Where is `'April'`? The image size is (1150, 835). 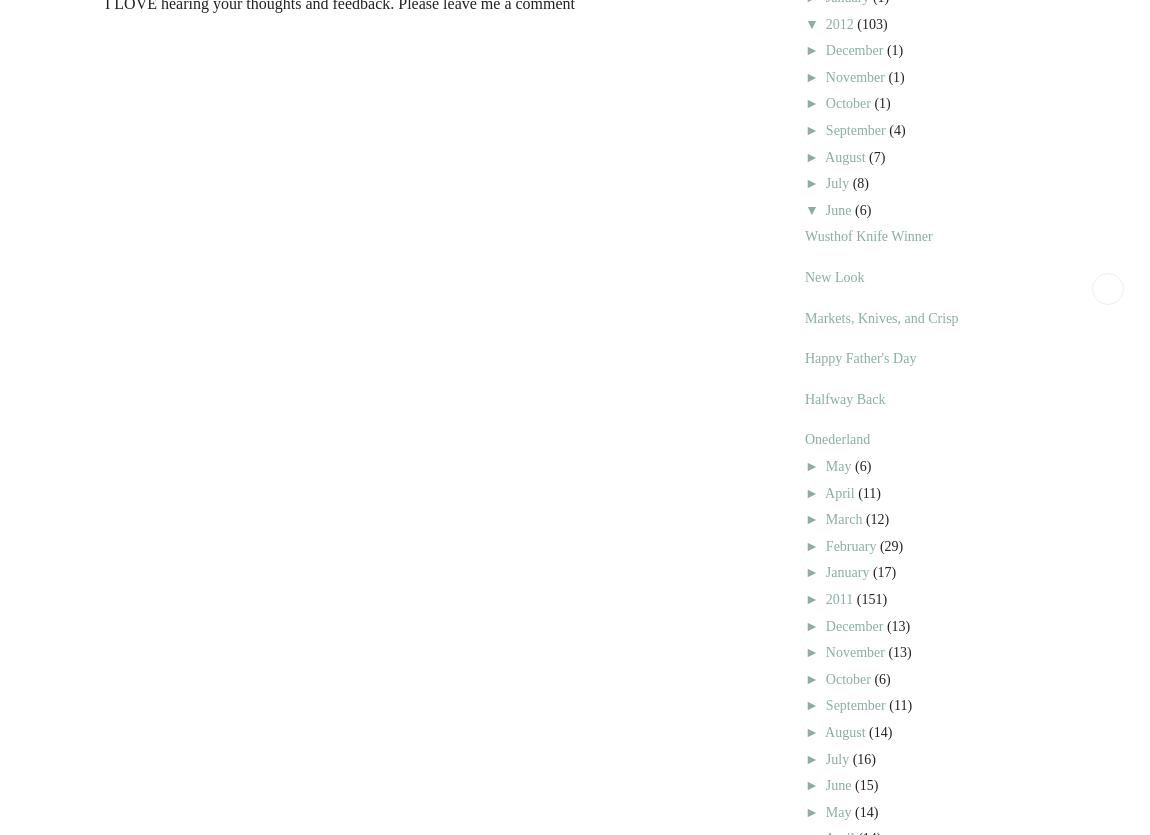 'April' is located at coordinates (824, 491).